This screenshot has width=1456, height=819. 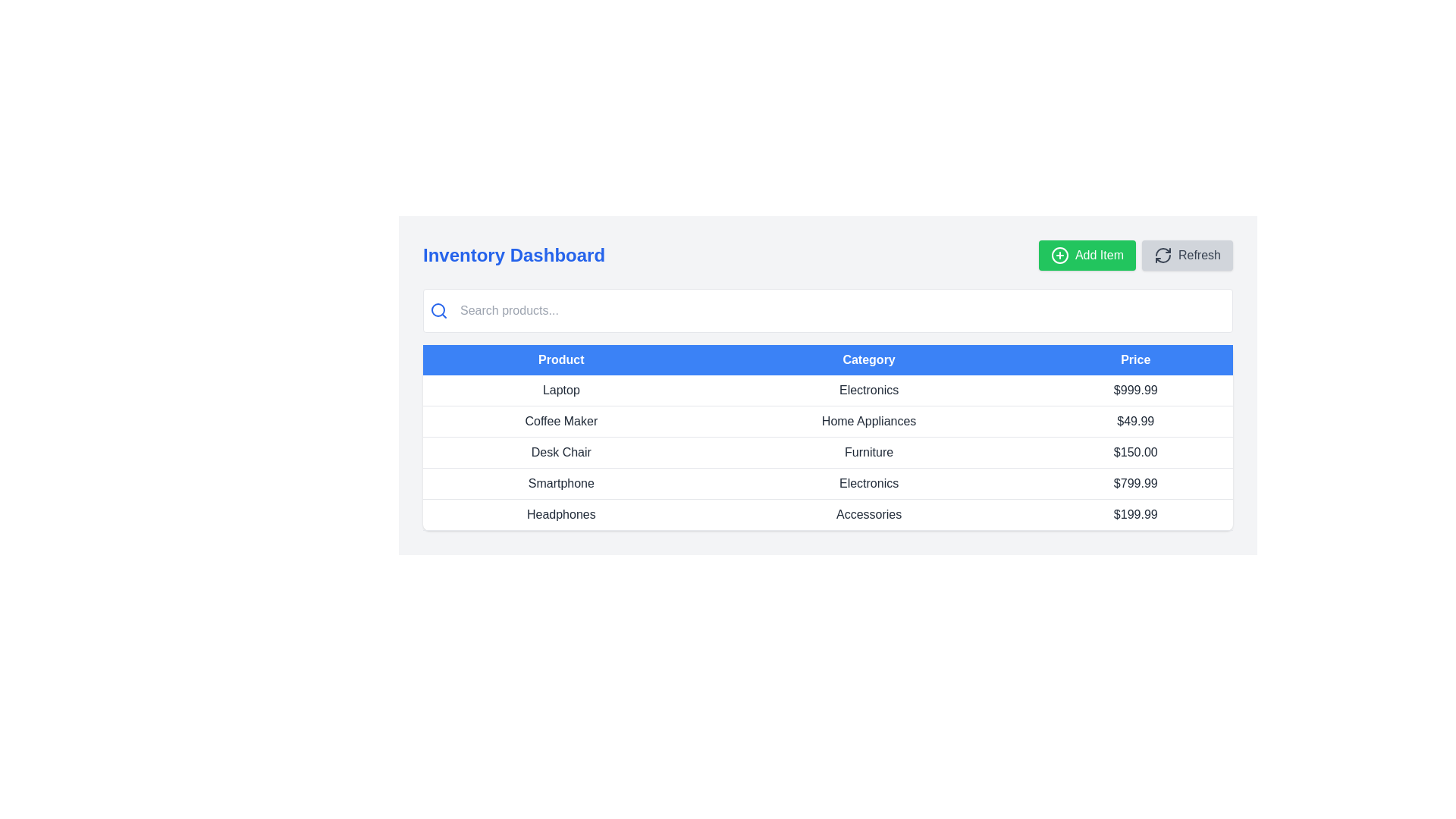 What do you see at coordinates (1135, 452) in the screenshot?
I see `text displayed in the bold font style '$150.00' located in the rightmost column of the table row corresponding to the product 'Desk Chair' under the 'Furniture' category` at bounding box center [1135, 452].